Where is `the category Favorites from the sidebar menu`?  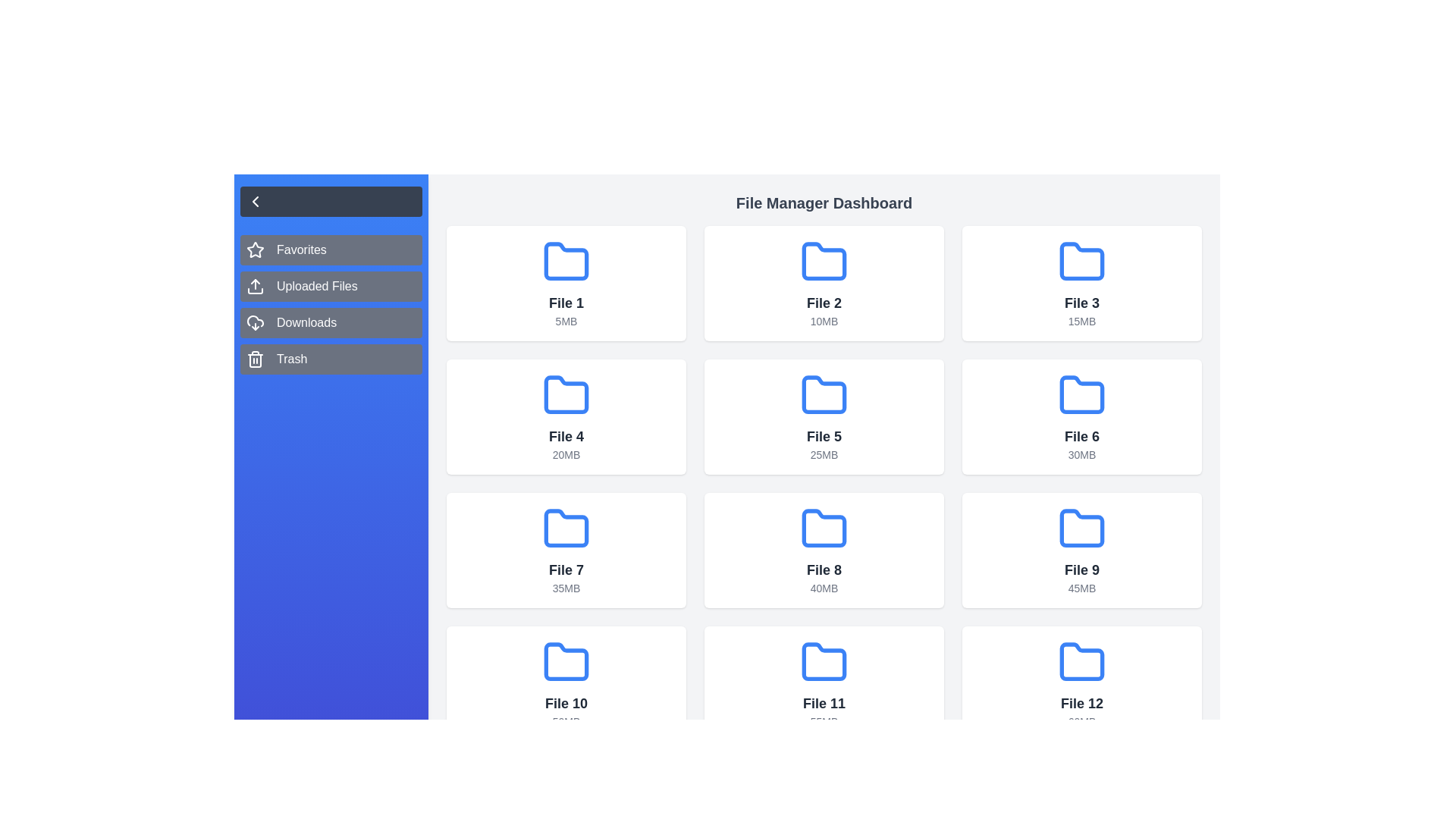 the category Favorites from the sidebar menu is located at coordinates (330, 249).